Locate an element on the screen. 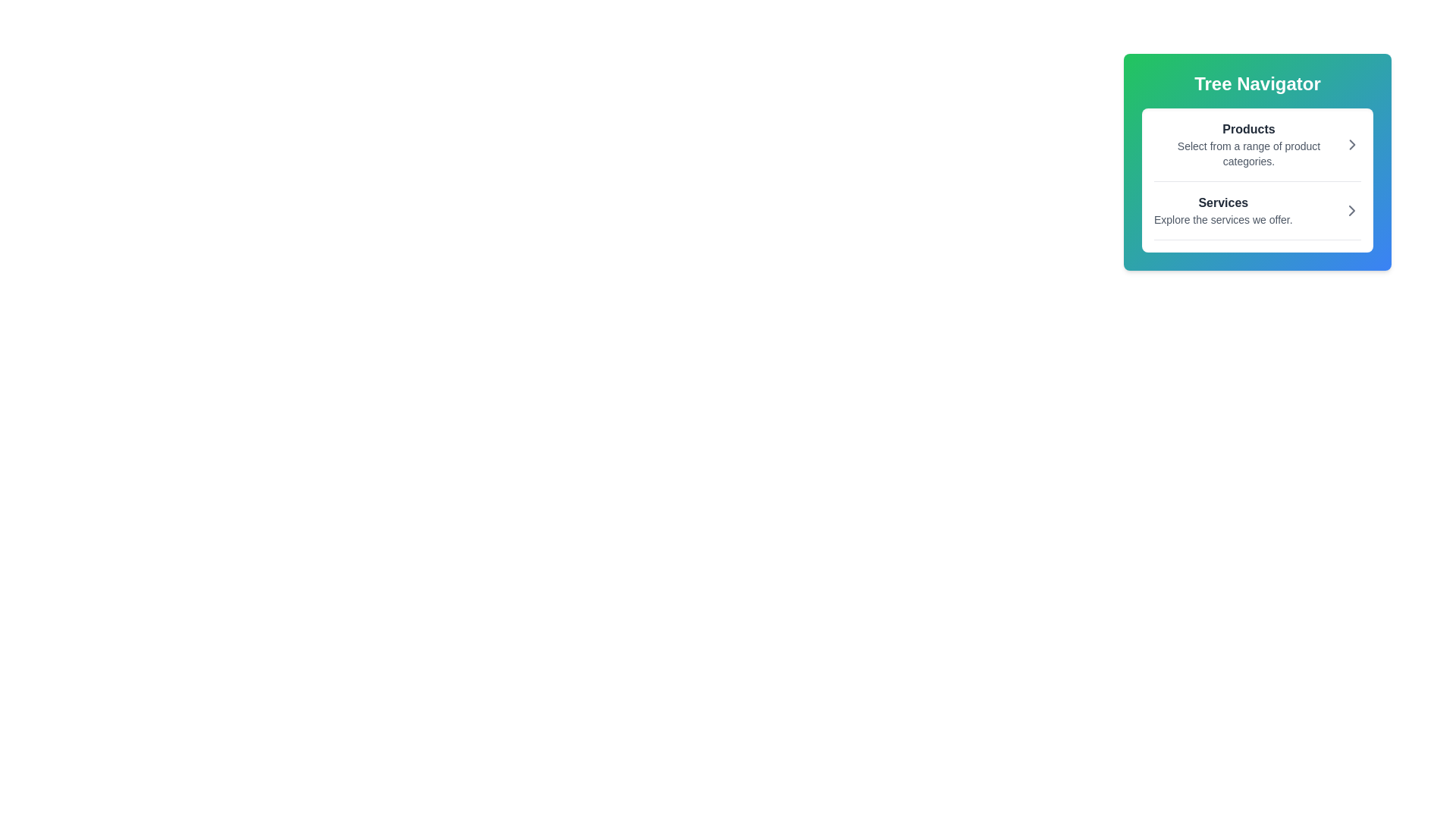  the textual component titled 'Services' located in the lower section of the 'Tree Navigator' card is located at coordinates (1223, 210).